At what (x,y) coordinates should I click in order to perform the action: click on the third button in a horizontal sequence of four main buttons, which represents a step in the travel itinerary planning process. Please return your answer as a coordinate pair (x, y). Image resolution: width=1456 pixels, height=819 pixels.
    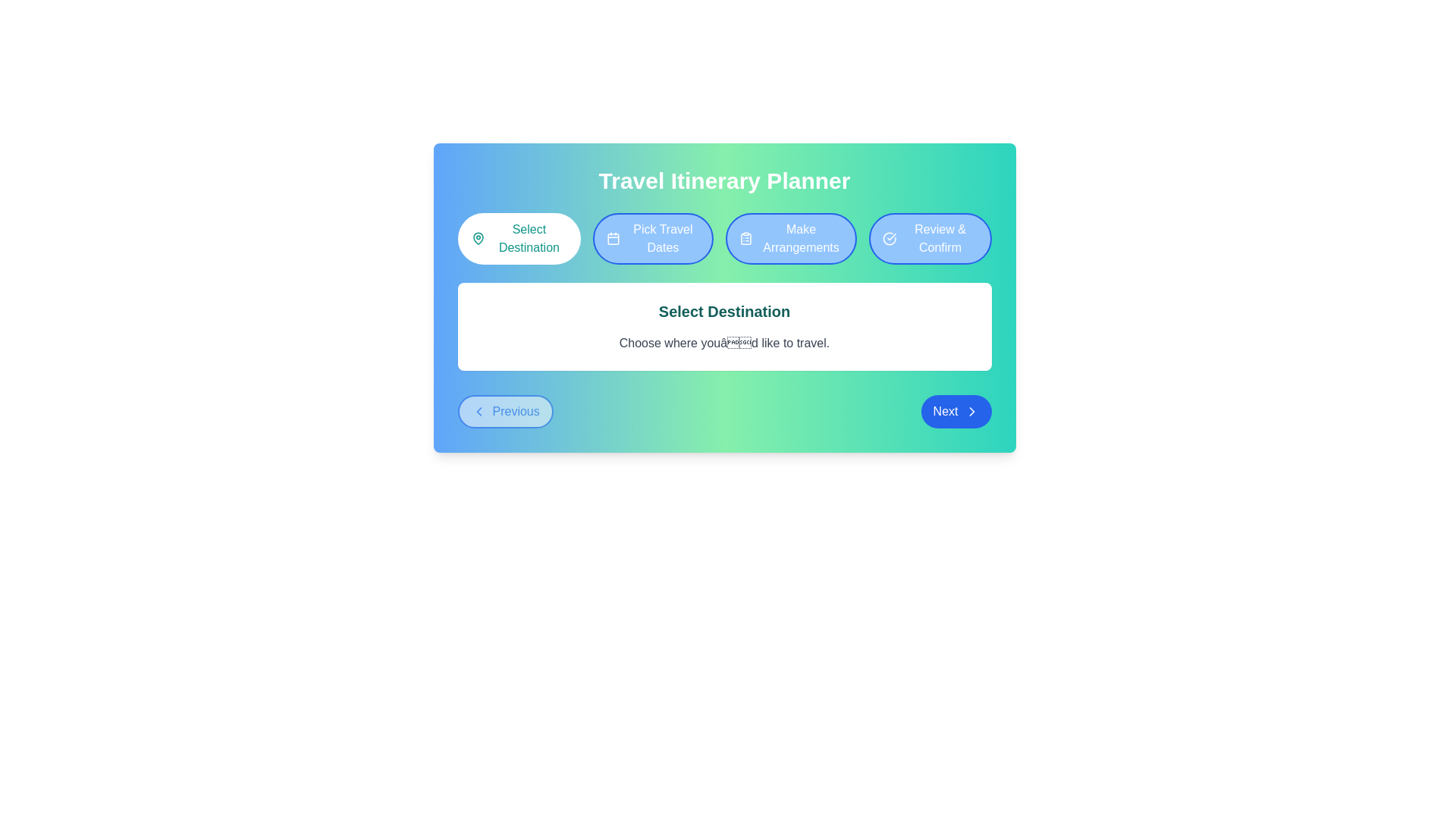
    Looking at the image, I should click on (800, 239).